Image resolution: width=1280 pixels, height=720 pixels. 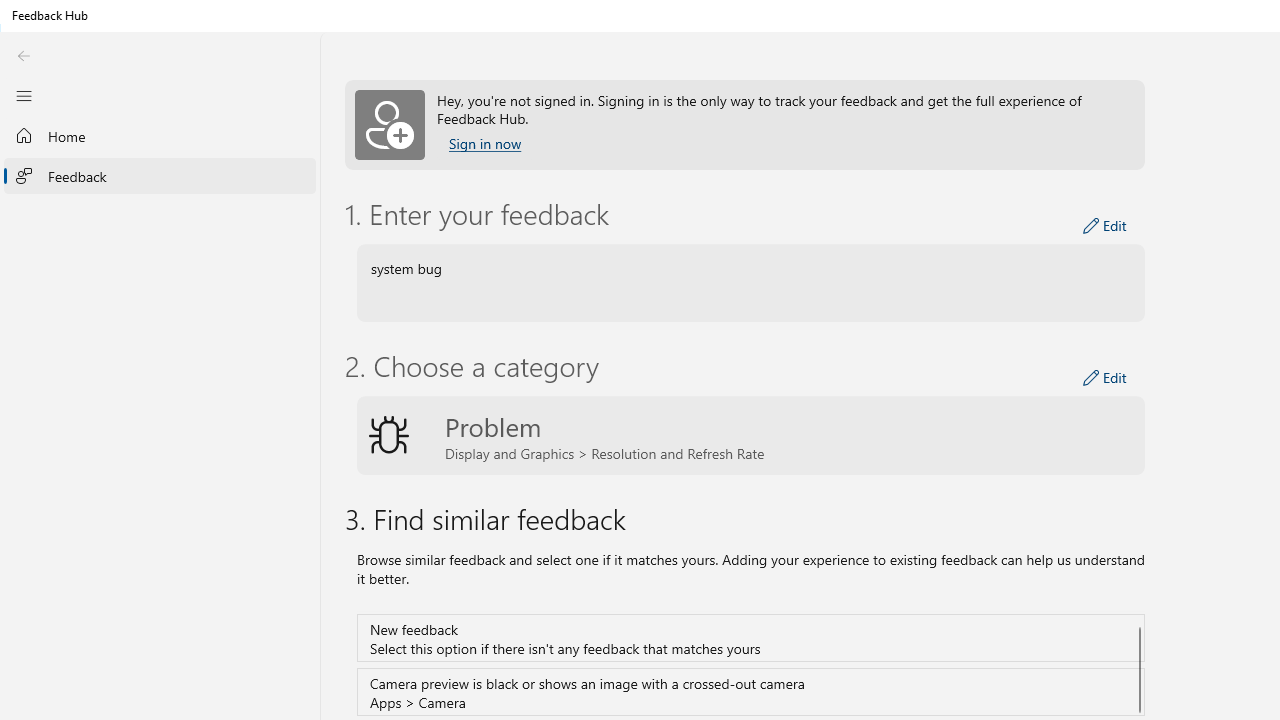 I want to click on 'Edit your feedback details', so click(x=1104, y=225).